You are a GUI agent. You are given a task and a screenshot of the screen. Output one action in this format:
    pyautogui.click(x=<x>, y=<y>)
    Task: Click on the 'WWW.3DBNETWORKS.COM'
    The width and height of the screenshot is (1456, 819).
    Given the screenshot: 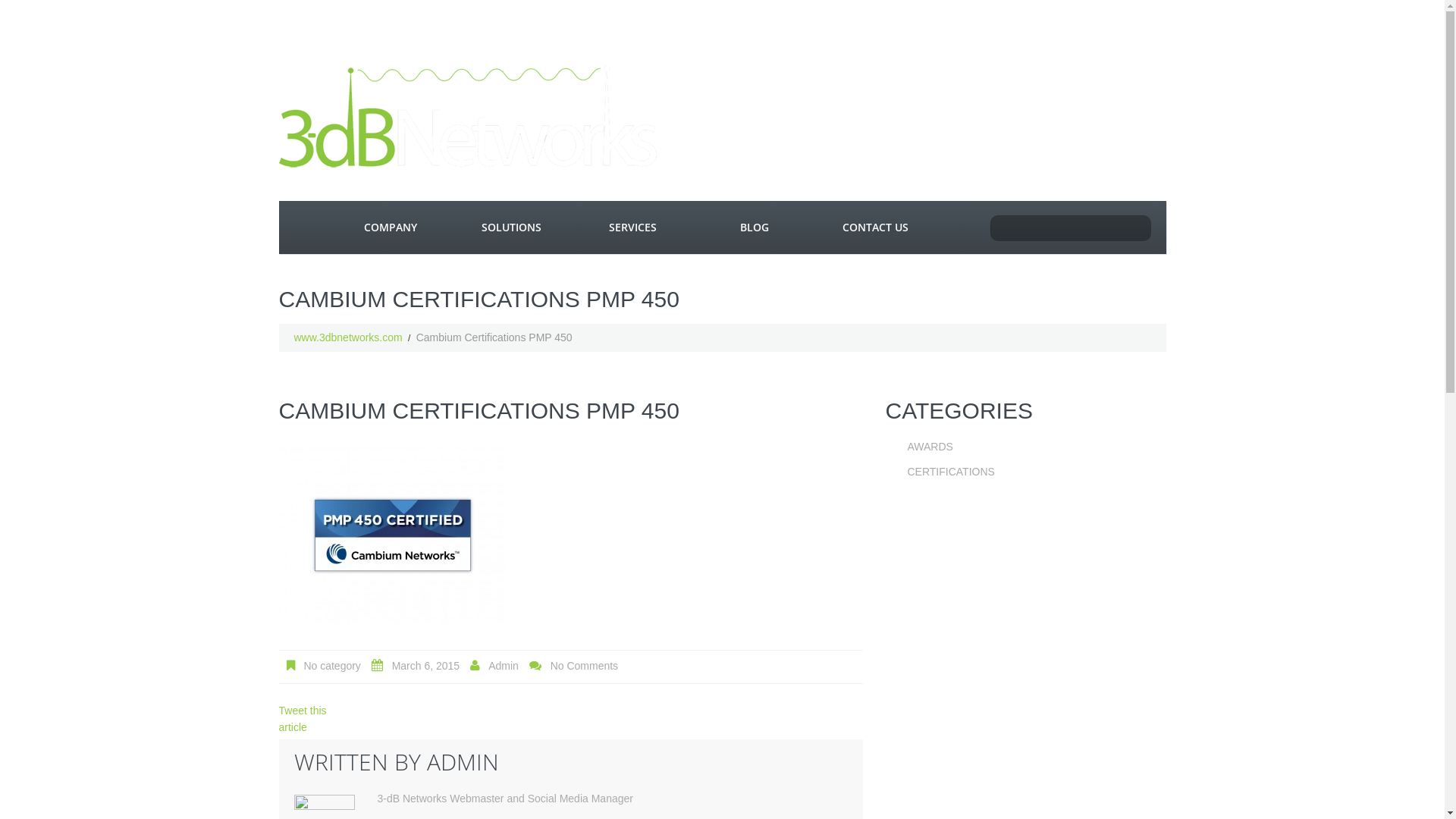 What is the action you would take?
    pyautogui.click(x=303, y=227)
    